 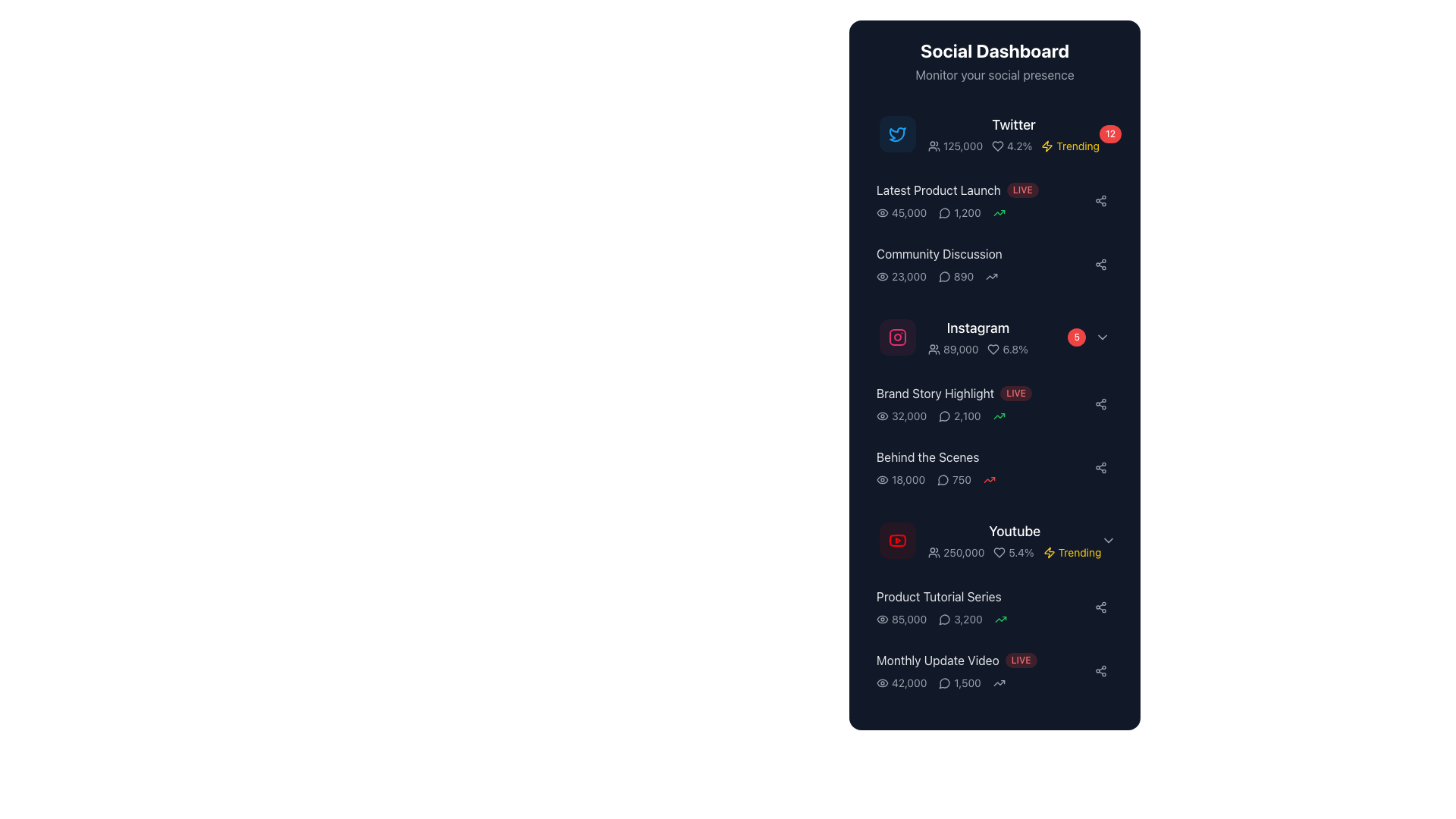 What do you see at coordinates (1138, 133) in the screenshot?
I see `the chevron icon located to the right of the red badge labeled '12' and vertically aligned with the 'Twitter' text in the 'Social Dashboard'` at bounding box center [1138, 133].